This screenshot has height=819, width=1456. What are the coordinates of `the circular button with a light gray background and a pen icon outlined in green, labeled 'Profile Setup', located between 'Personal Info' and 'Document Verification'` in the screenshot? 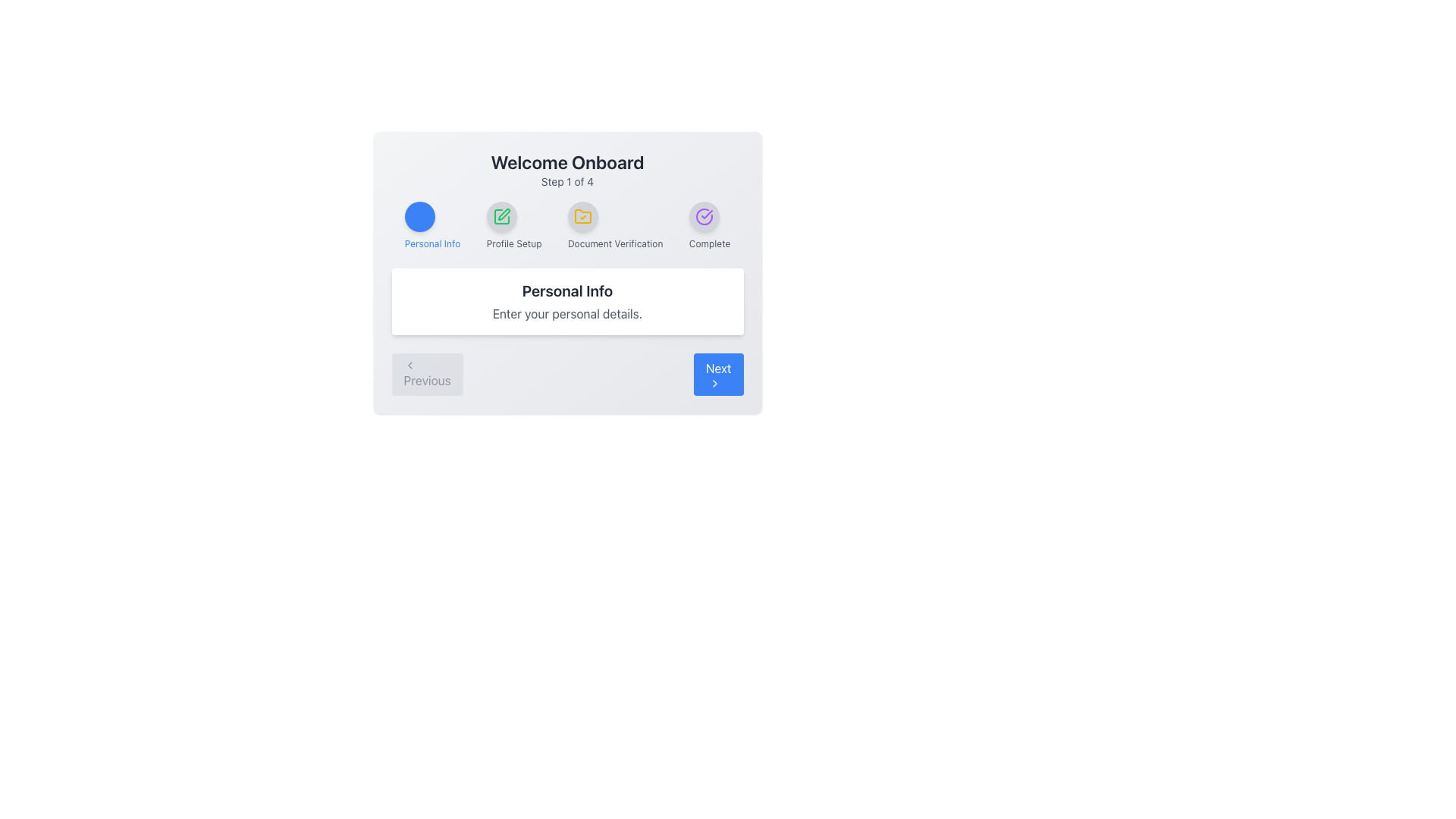 It's located at (501, 216).